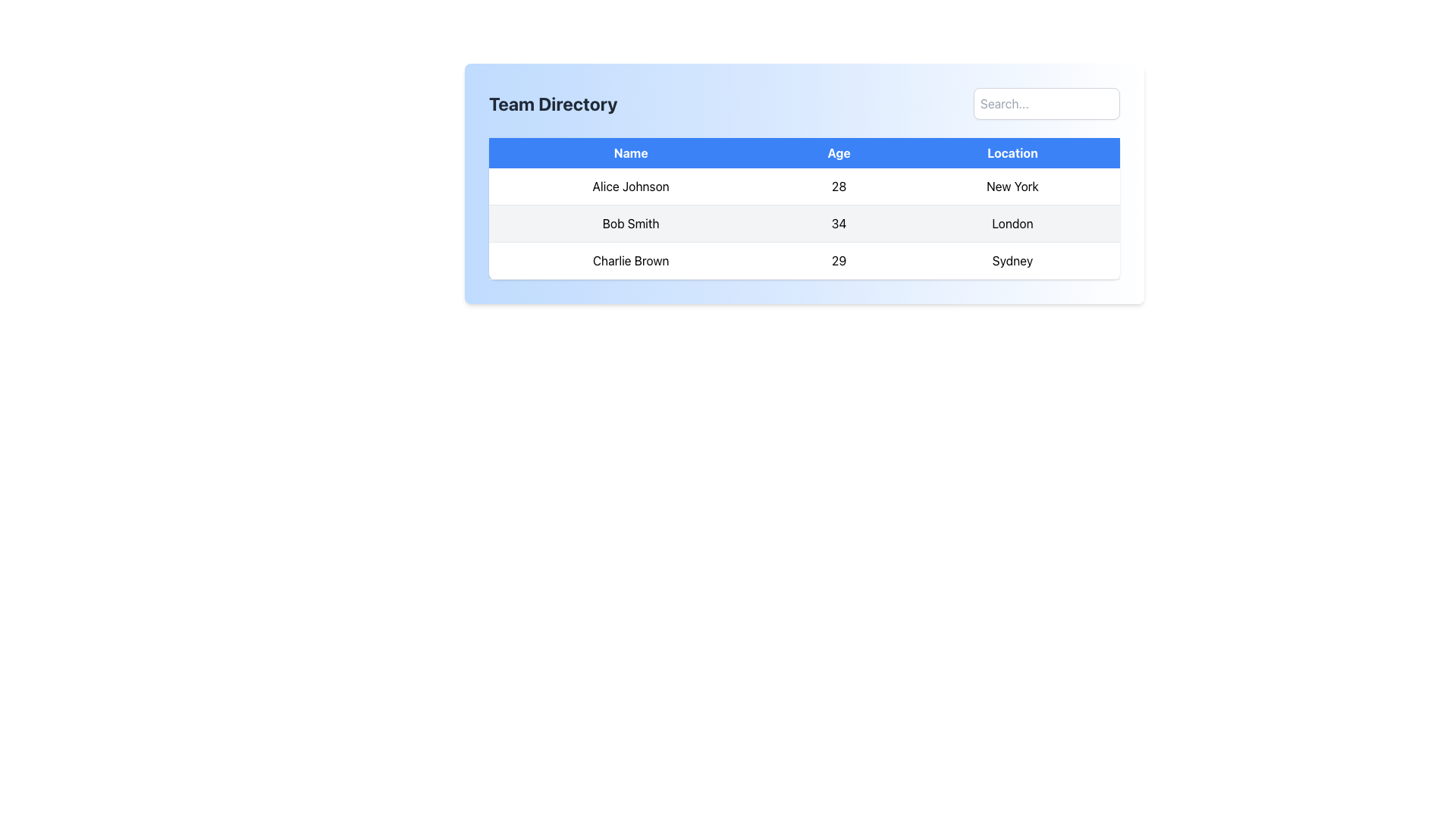  I want to click on the Table Cell displaying the number '29' under the 'Age' column, aligned with 'Charlie Brown', so click(838, 259).